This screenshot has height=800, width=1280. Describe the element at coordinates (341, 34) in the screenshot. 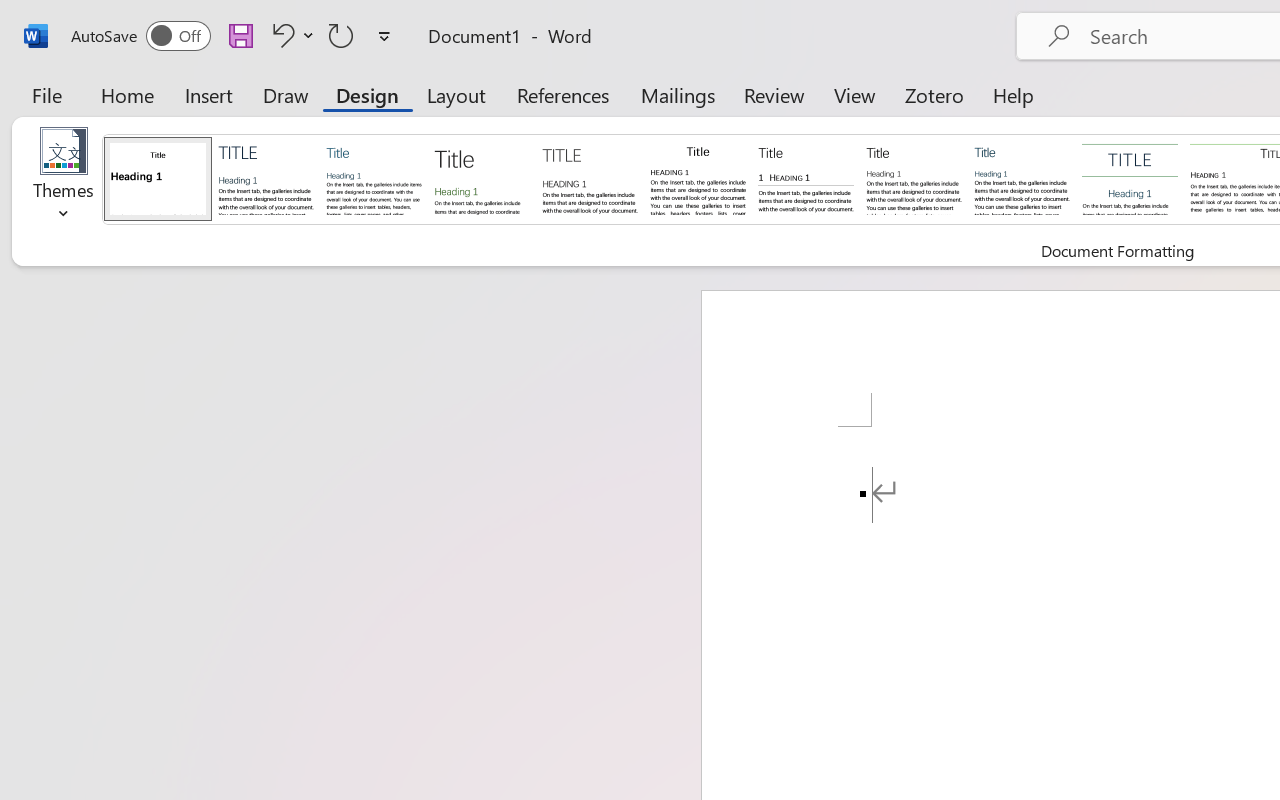

I see `'Repeat Style'` at that location.